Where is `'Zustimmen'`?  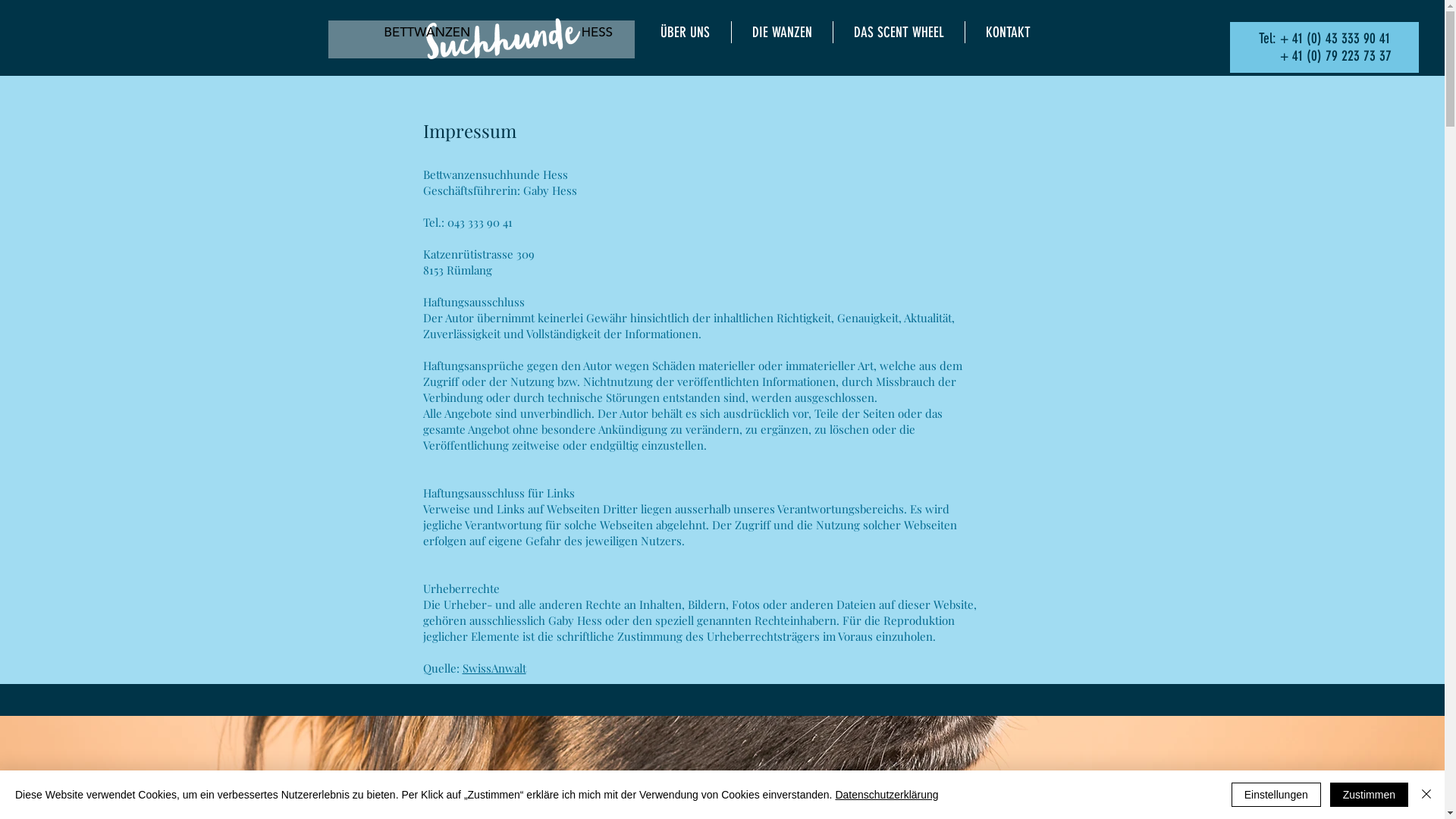 'Zustimmen' is located at coordinates (1369, 794).